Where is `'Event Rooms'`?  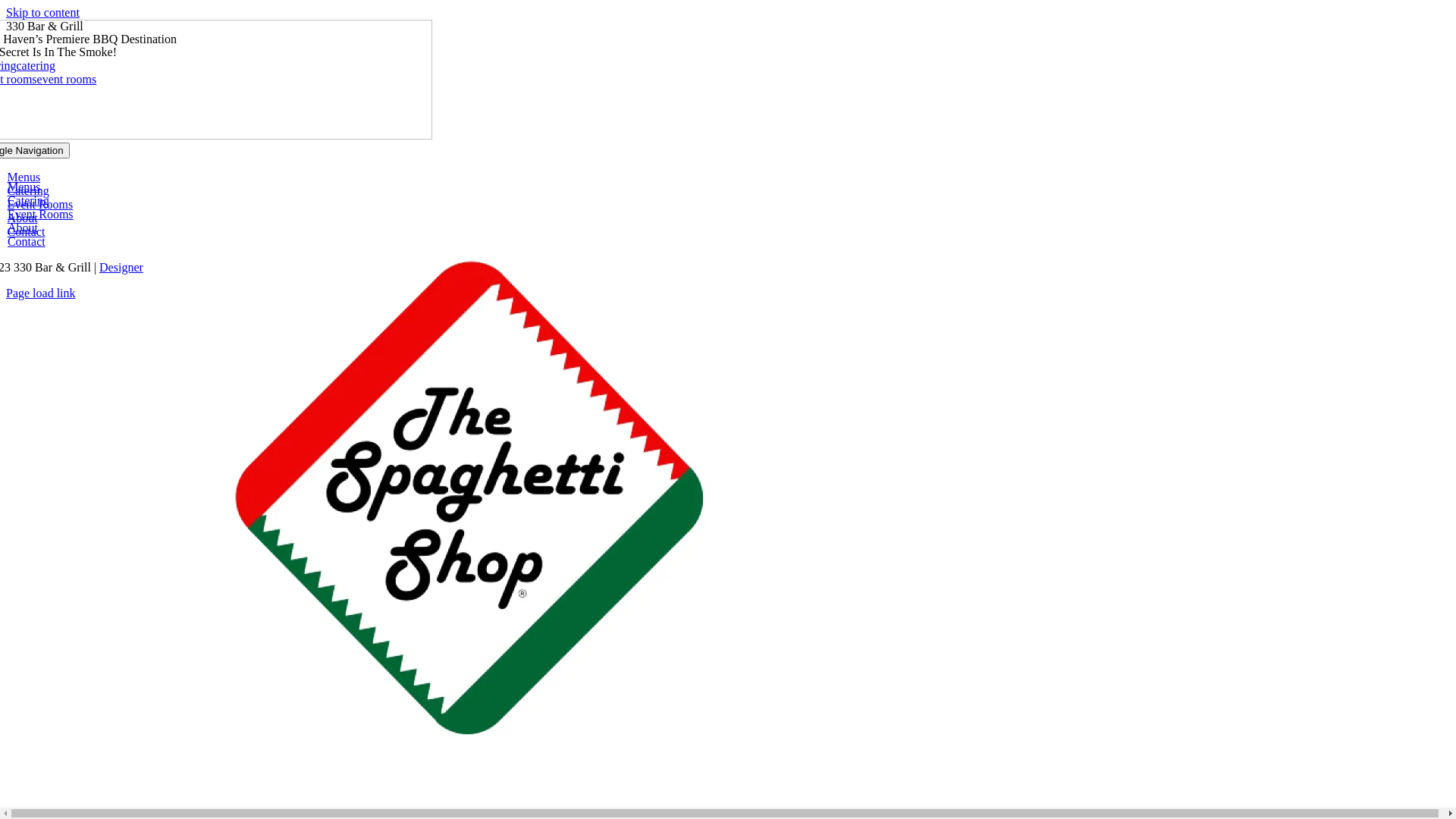 'Event Rooms' is located at coordinates (40, 203).